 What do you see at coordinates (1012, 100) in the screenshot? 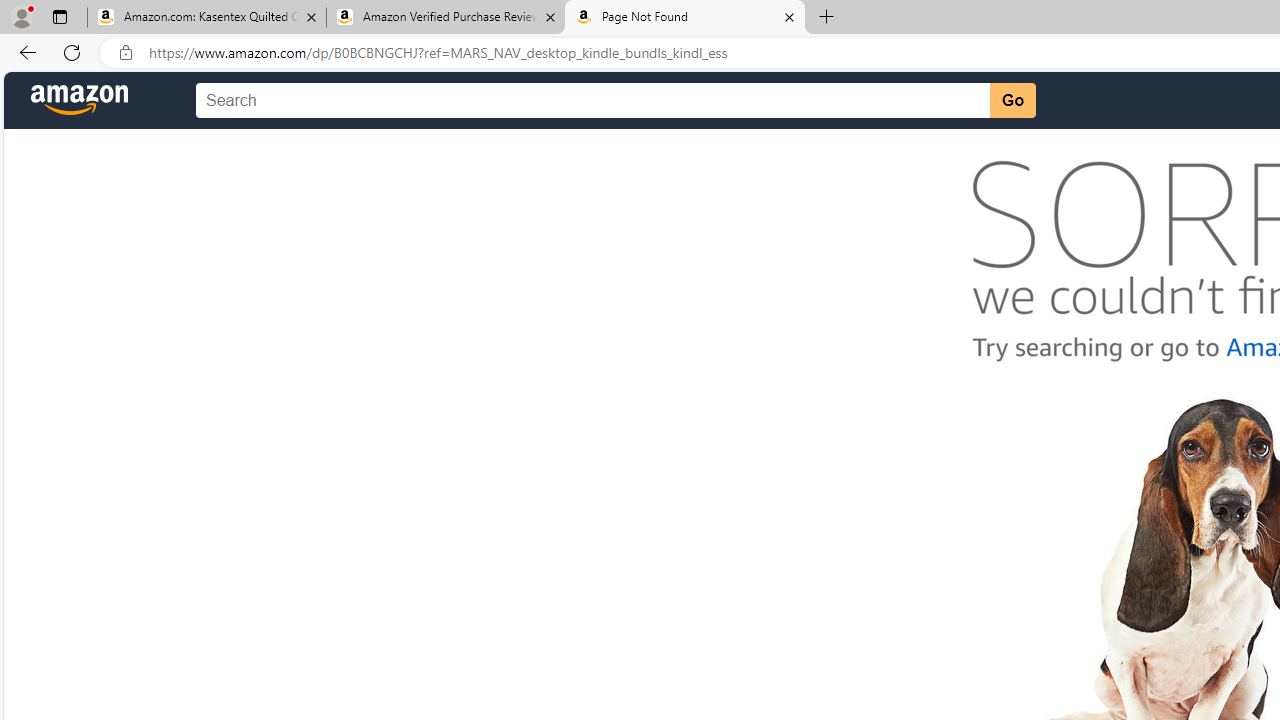
I see `'Go'` at bounding box center [1012, 100].